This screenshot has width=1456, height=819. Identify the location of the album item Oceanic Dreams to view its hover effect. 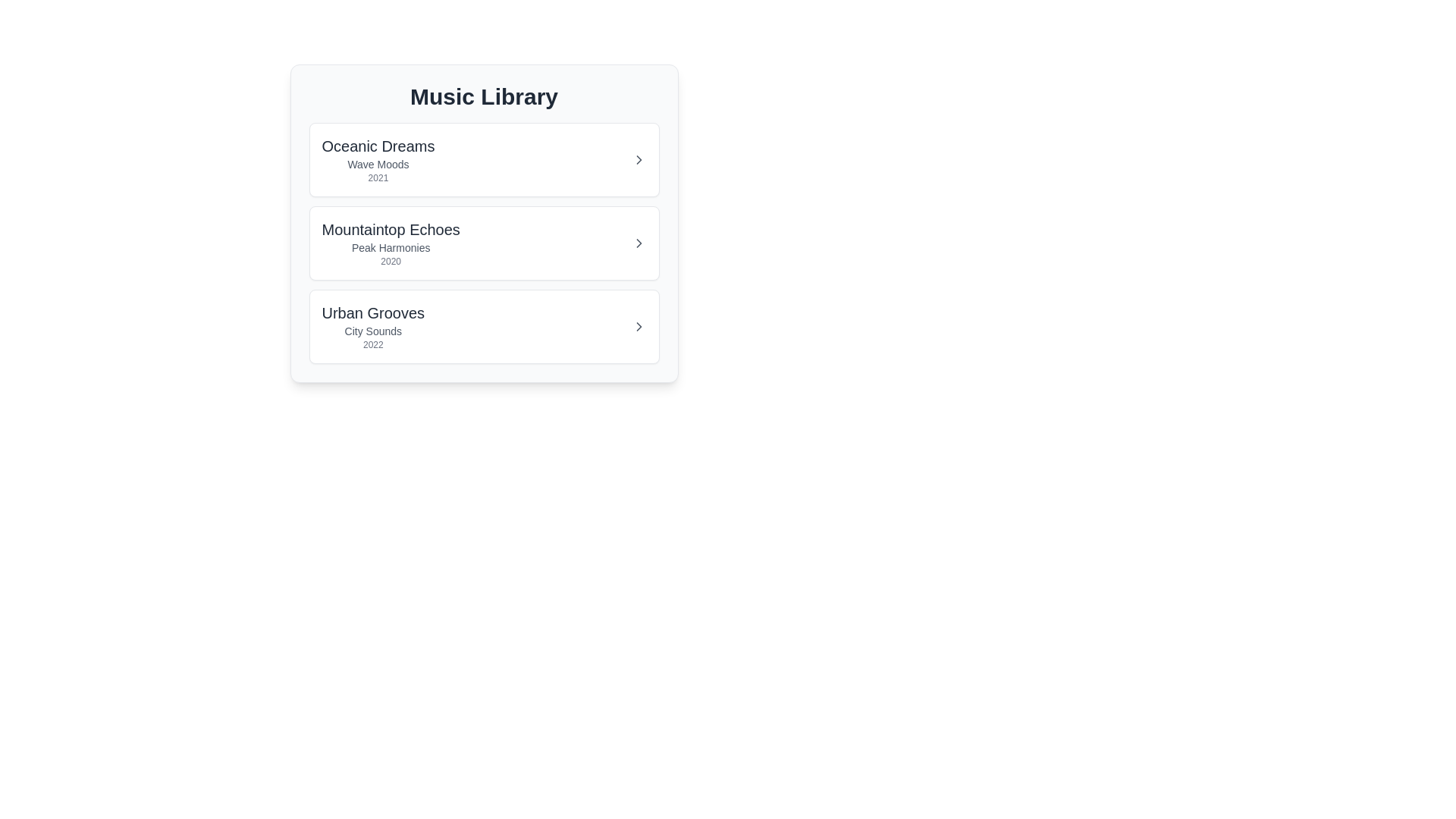
(483, 160).